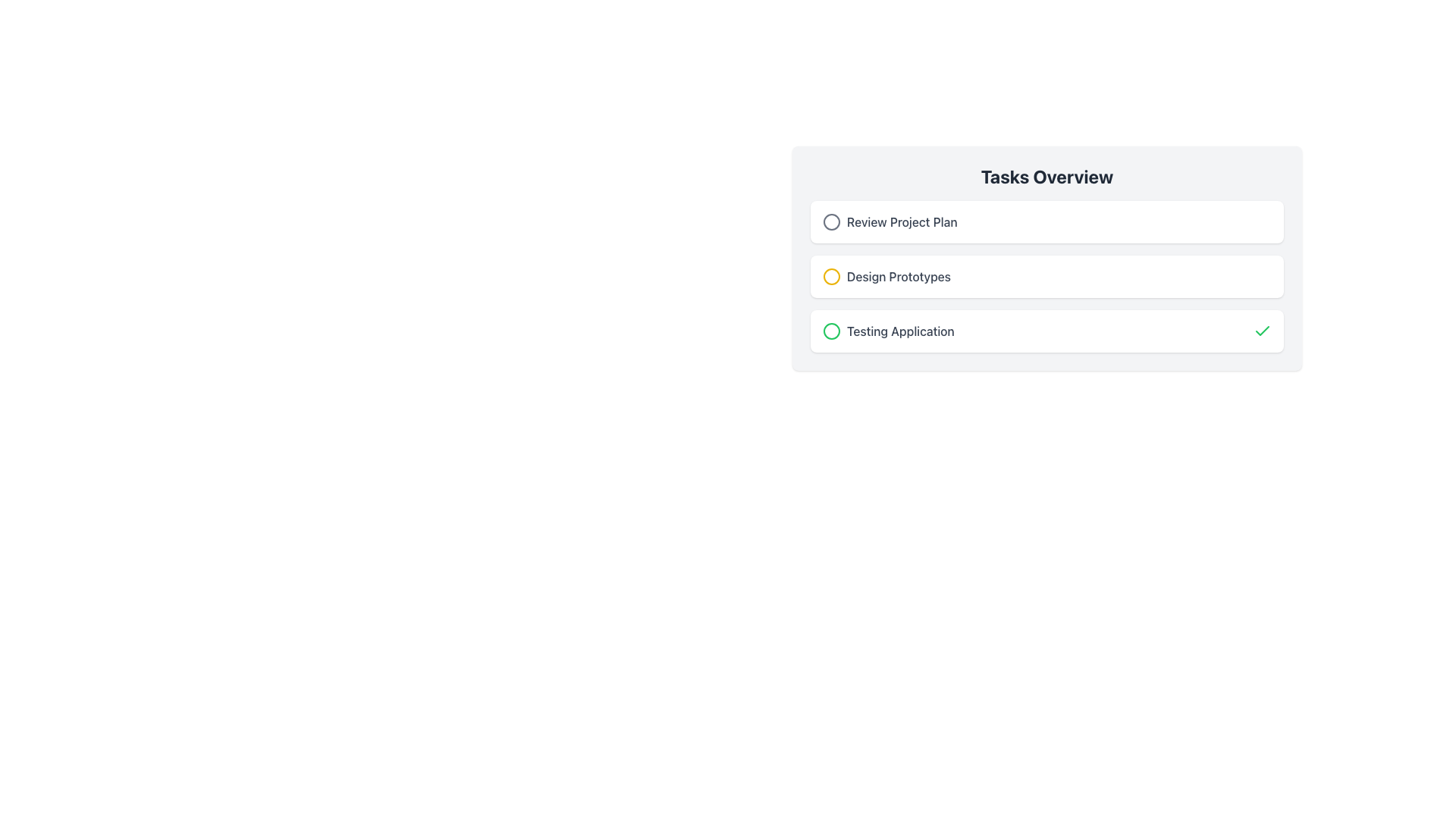 The height and width of the screenshot is (819, 1456). Describe the element at coordinates (831, 330) in the screenshot. I see `the icon that visually represents a completed or active state adjacent to the 'Testing Application' text` at that location.